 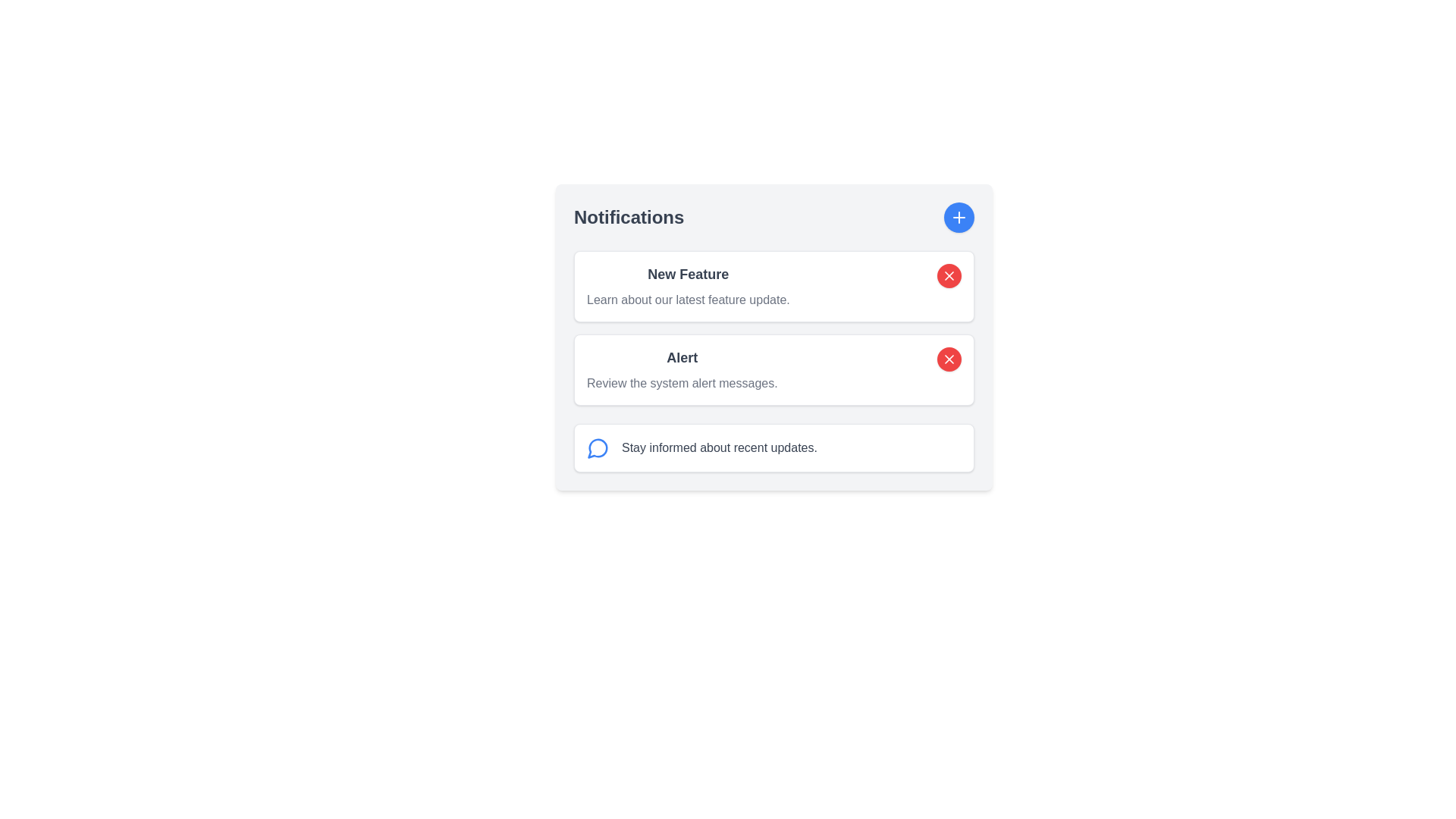 I want to click on the 'Alert' text label, which is displayed in bold dark gray font and is centrally placed above the description line in the 'New Feature' section, so click(x=681, y=357).